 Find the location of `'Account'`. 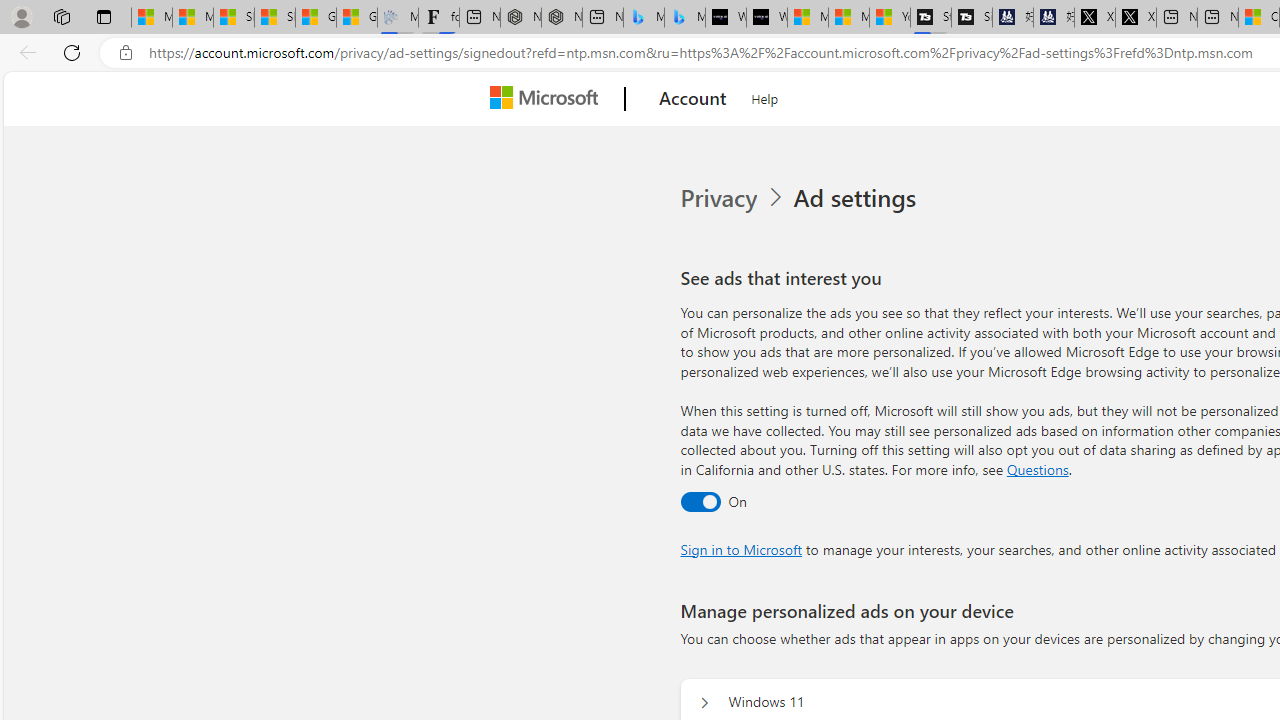

'Account' is located at coordinates (693, 99).